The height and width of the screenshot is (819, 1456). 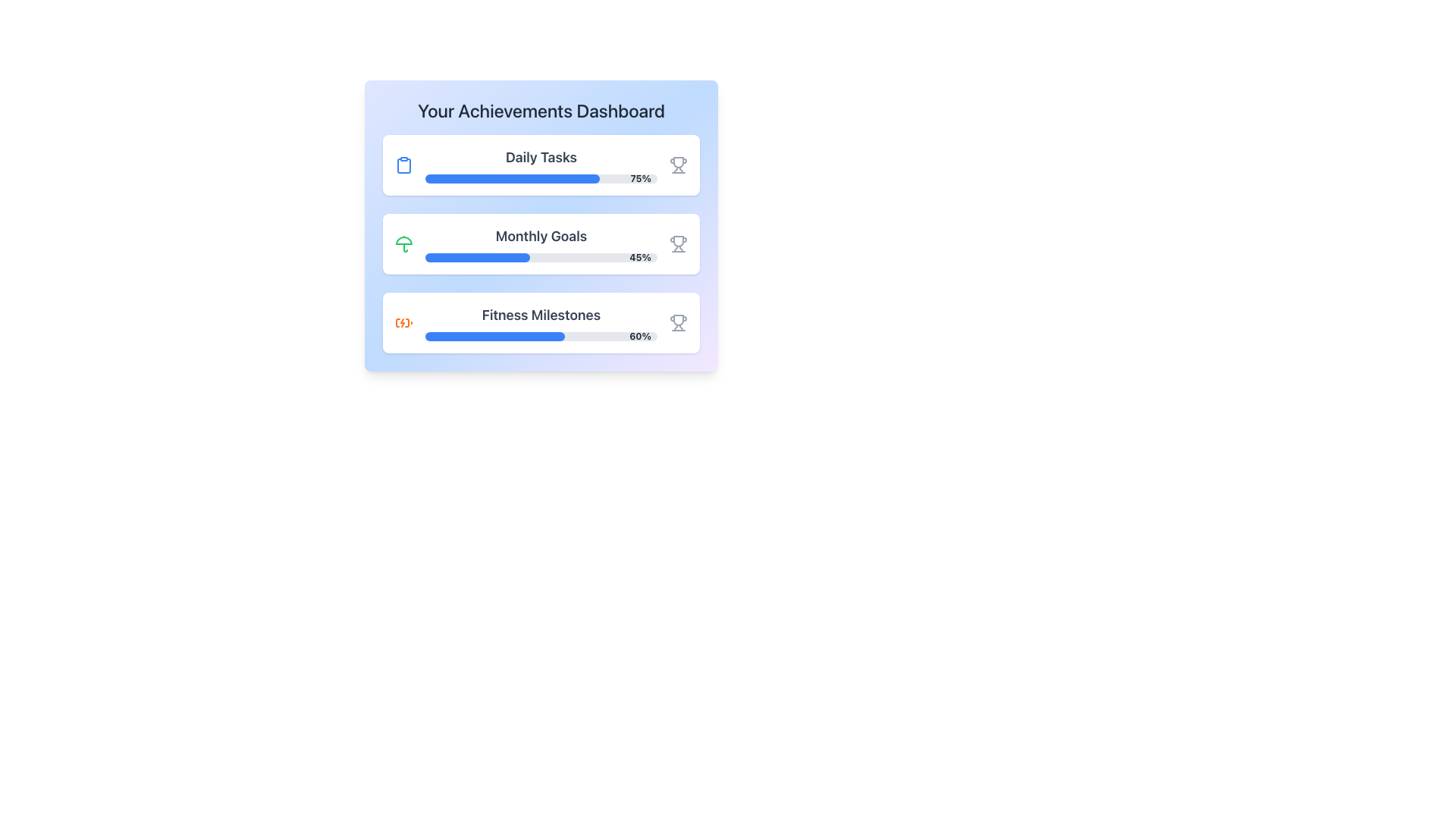 I want to click on the completion percentage of the progress bar indicating 60% completion, located in the 'Fitness Milestones' section of the 'Your Achievements Dashboard' panel, so click(x=541, y=335).